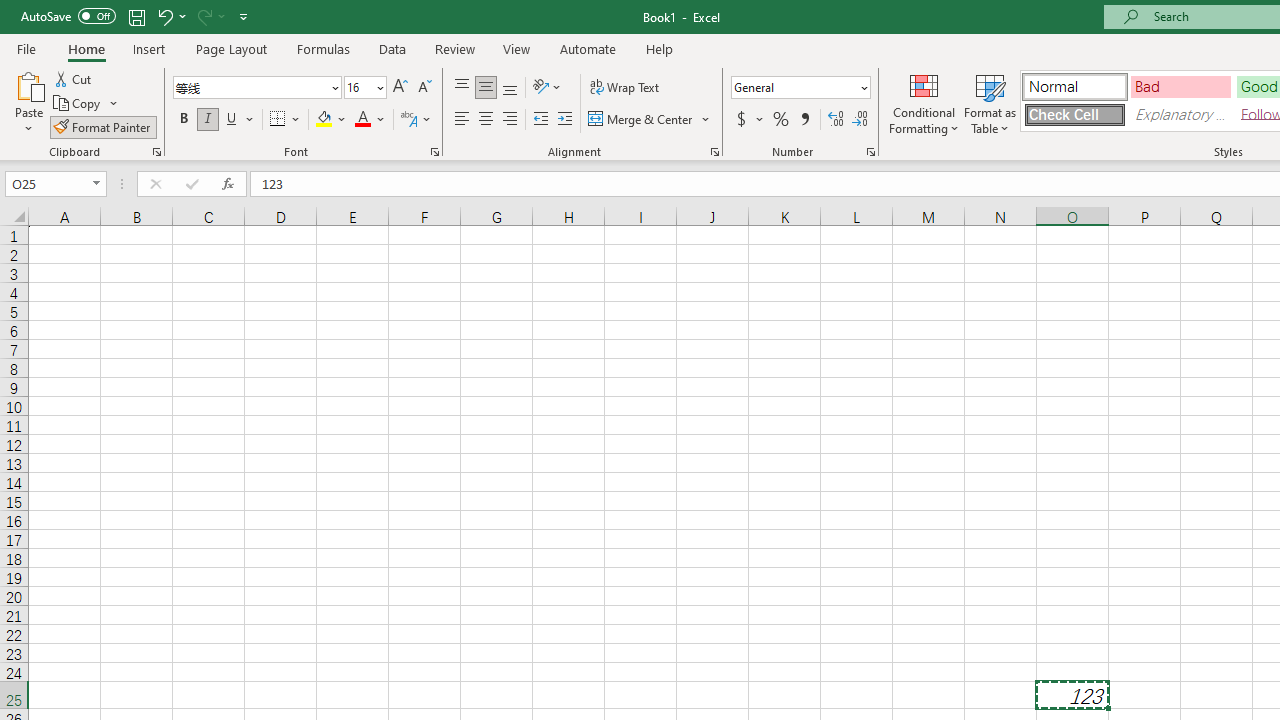 This screenshot has height=720, width=1280. I want to click on 'Automate', so click(587, 48).